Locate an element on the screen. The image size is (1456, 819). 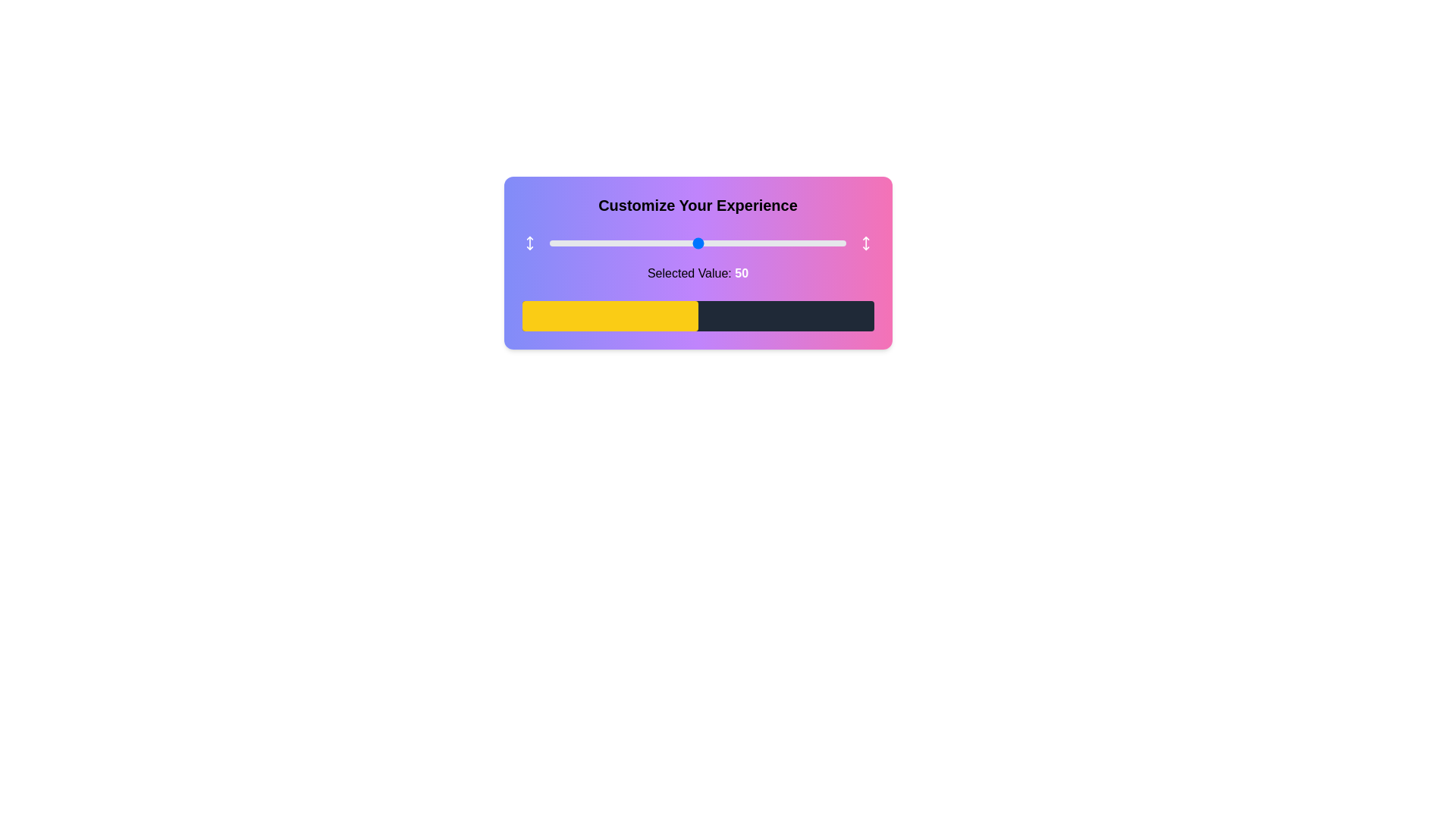
the slider to set its value to 65 is located at coordinates (742, 242).